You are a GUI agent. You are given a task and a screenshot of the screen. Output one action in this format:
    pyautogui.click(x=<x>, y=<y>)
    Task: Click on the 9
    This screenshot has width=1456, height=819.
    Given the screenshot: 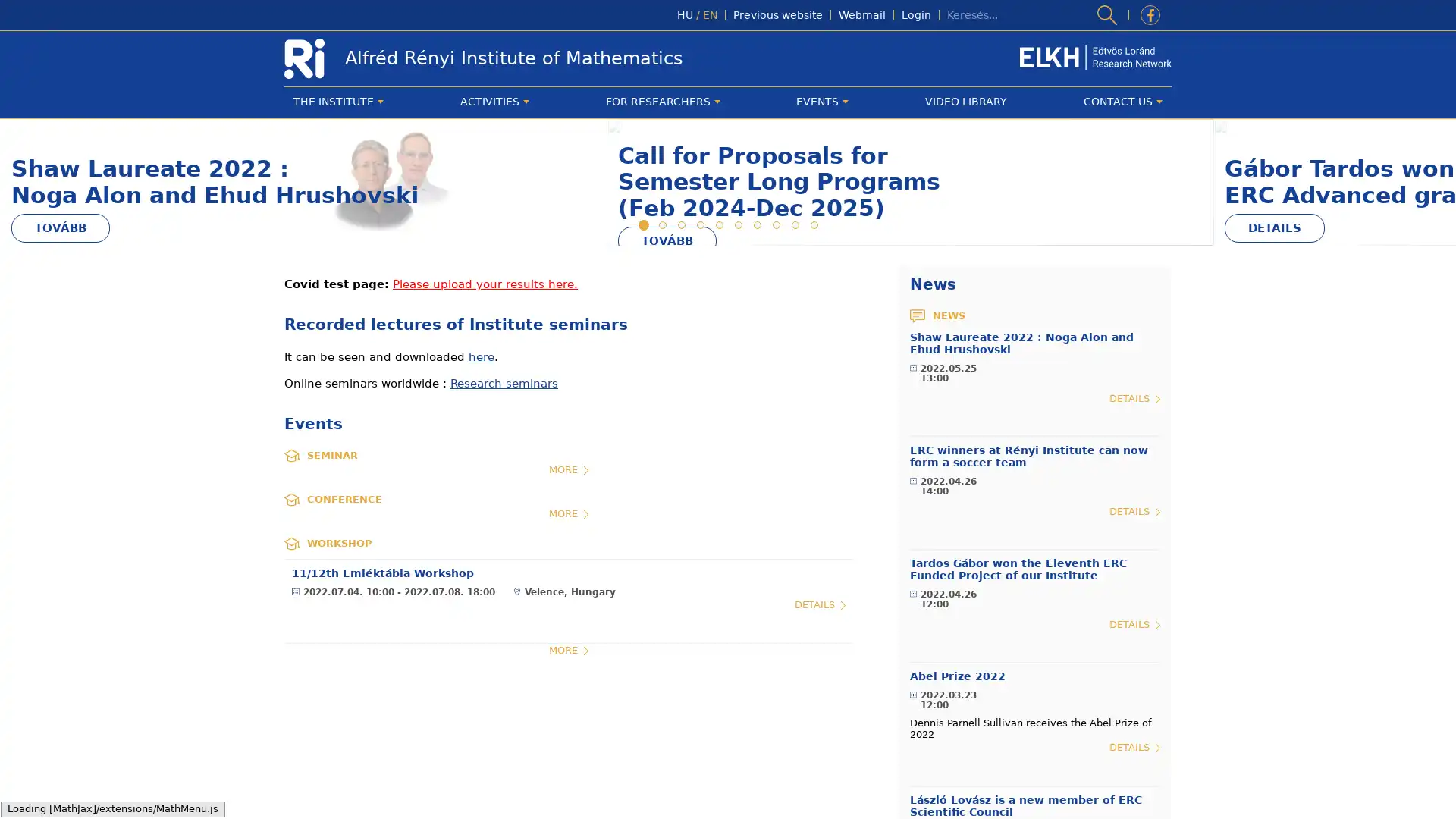 What is the action you would take?
    pyautogui.click(x=793, y=400)
    